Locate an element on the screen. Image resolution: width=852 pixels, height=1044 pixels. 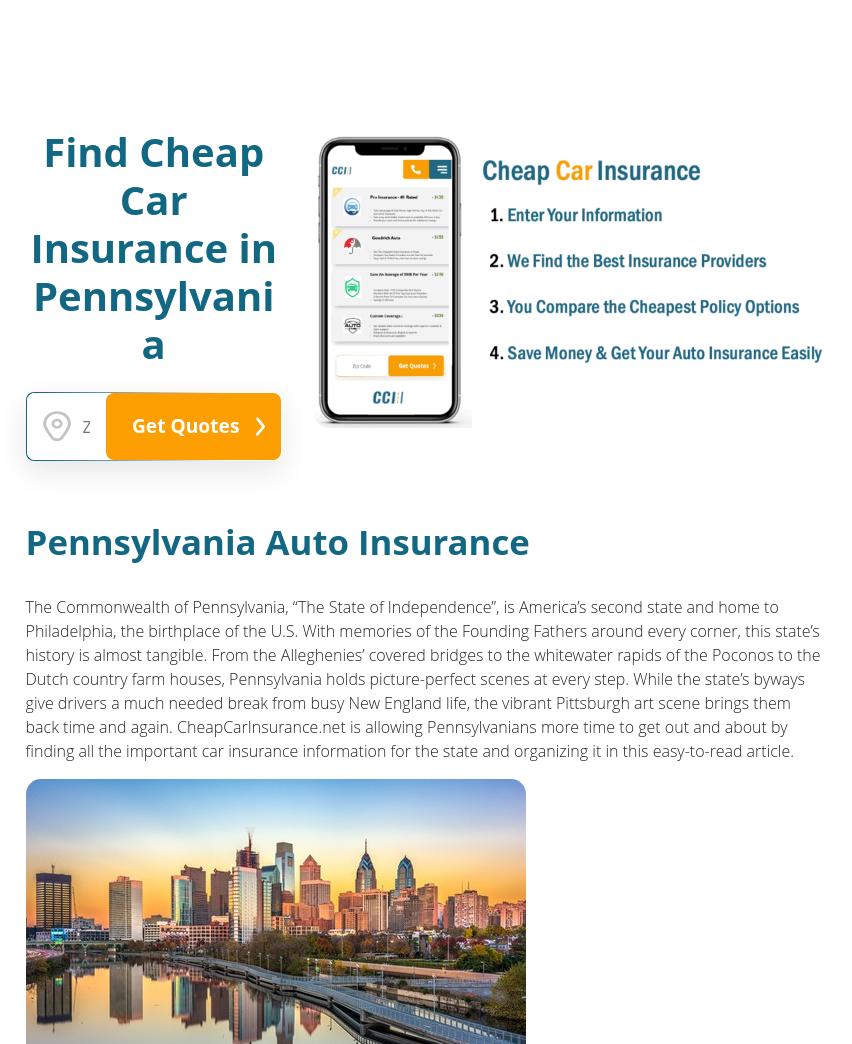
'Pennsylvania DUI Association' is located at coordinates (56, 135).